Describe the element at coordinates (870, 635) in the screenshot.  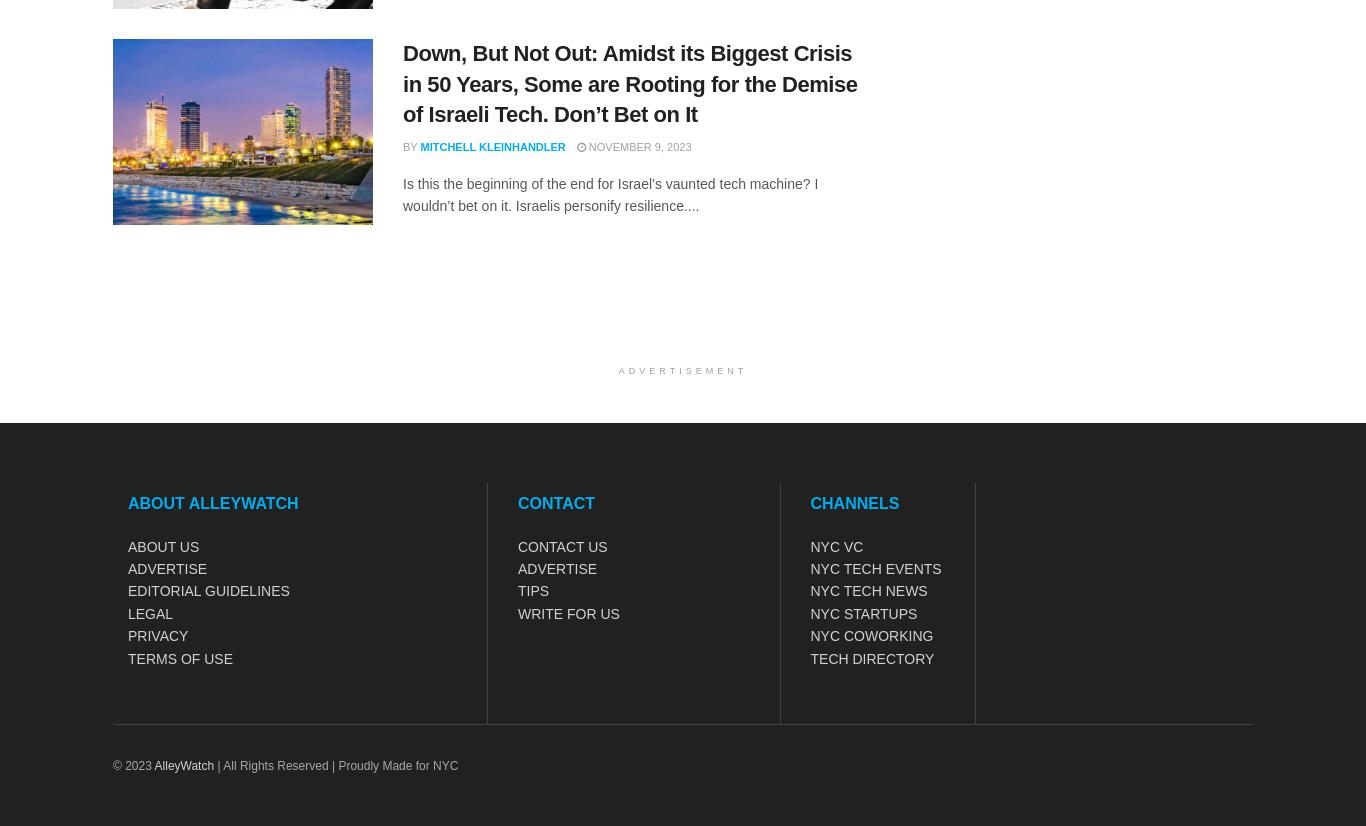
I see `'NYC COWORKING'` at that location.